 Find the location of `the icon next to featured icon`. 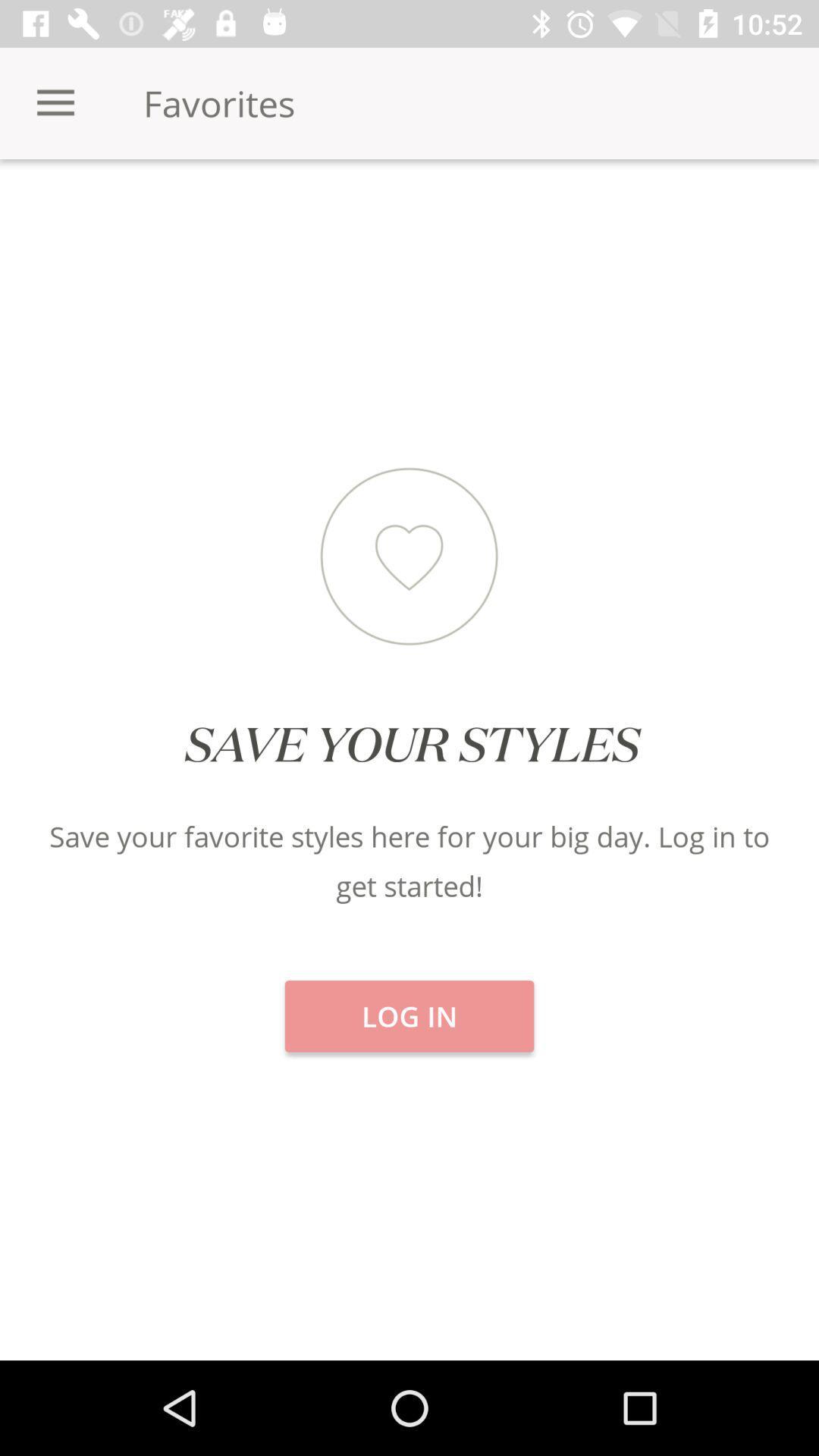

the icon next to featured icon is located at coordinates (681, 212).